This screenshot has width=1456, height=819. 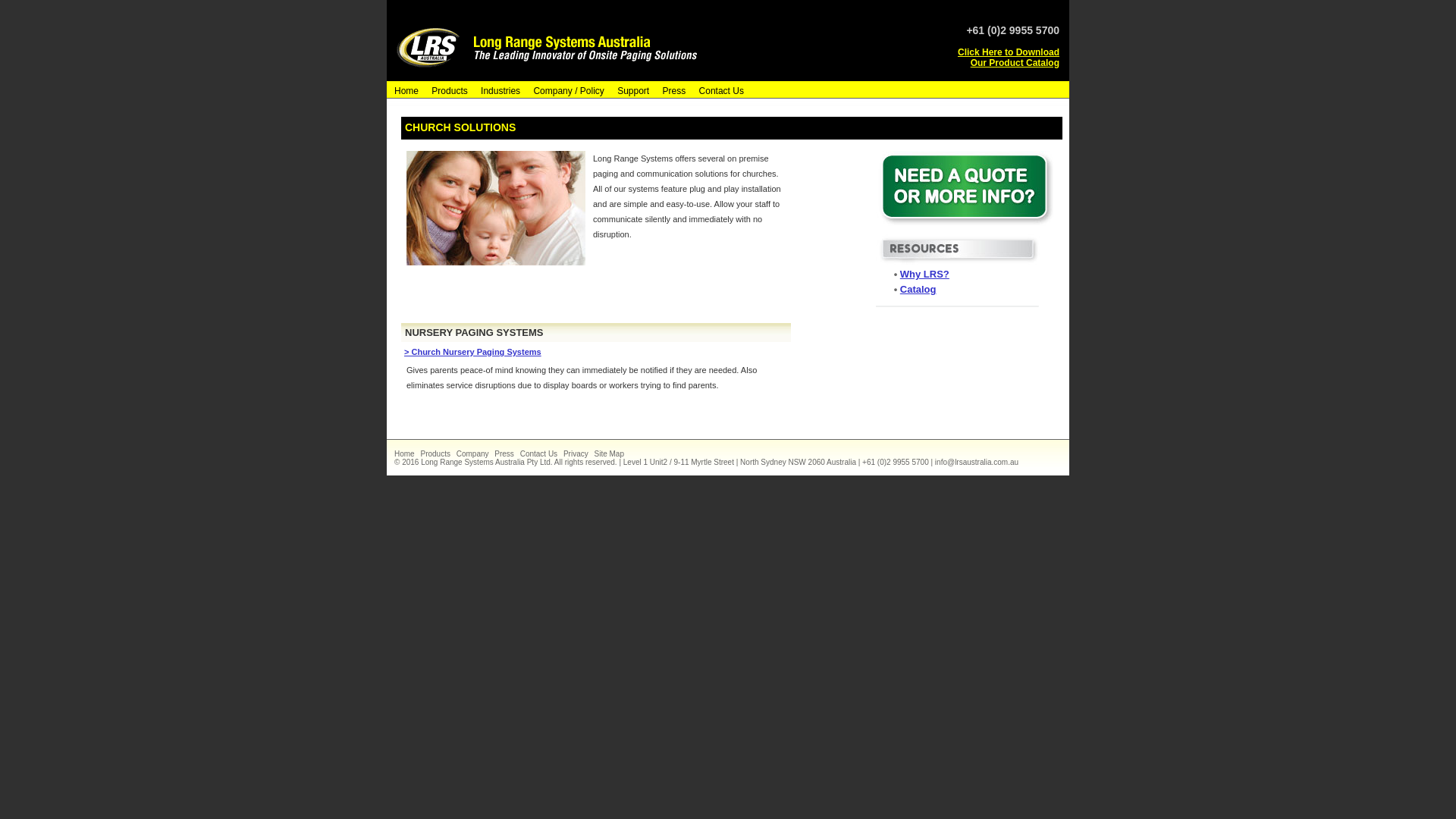 I want to click on 'Contact Us', so click(x=718, y=90).